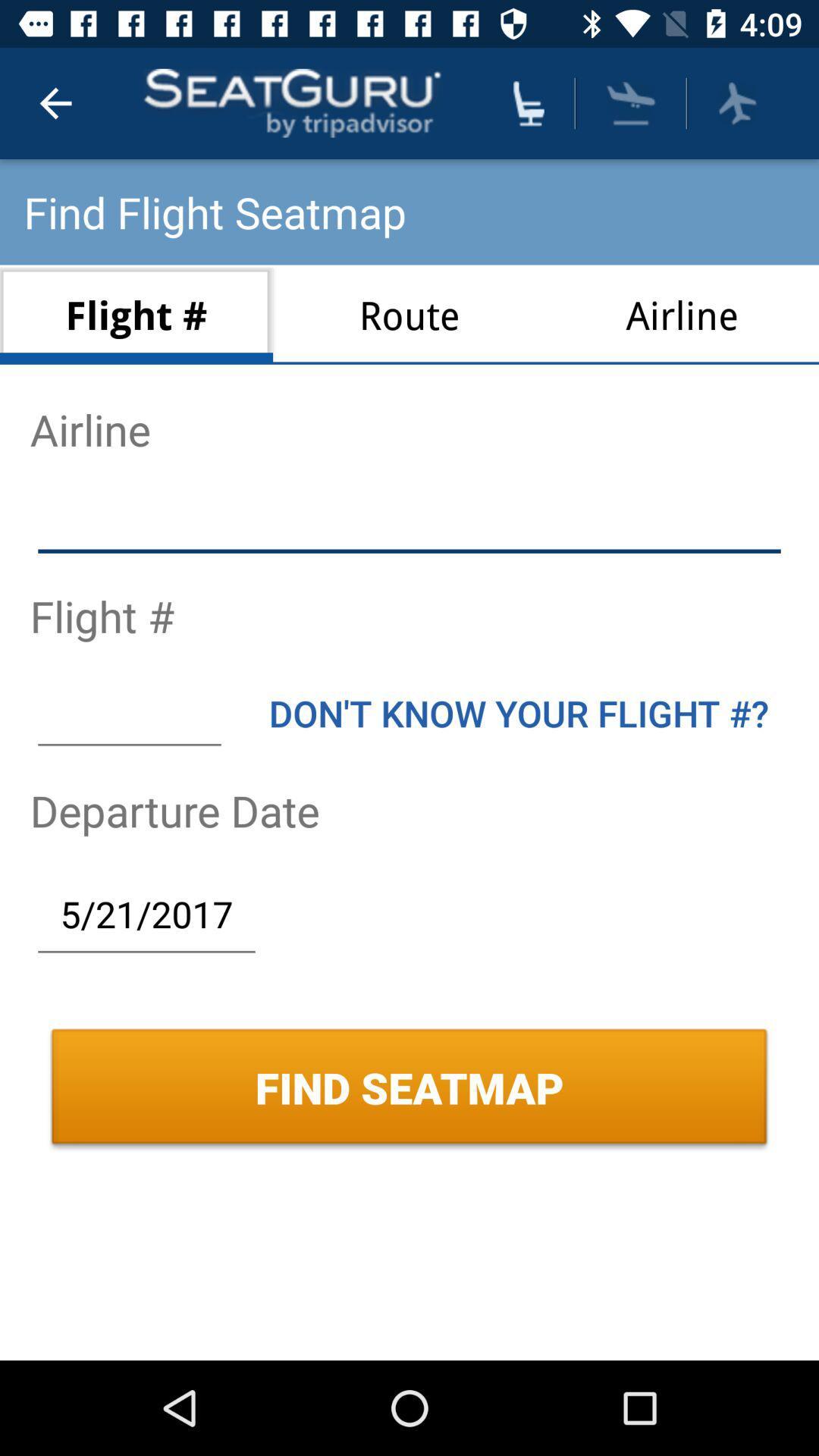 The height and width of the screenshot is (1456, 819). What do you see at coordinates (409, 522) in the screenshot?
I see `airline here` at bounding box center [409, 522].